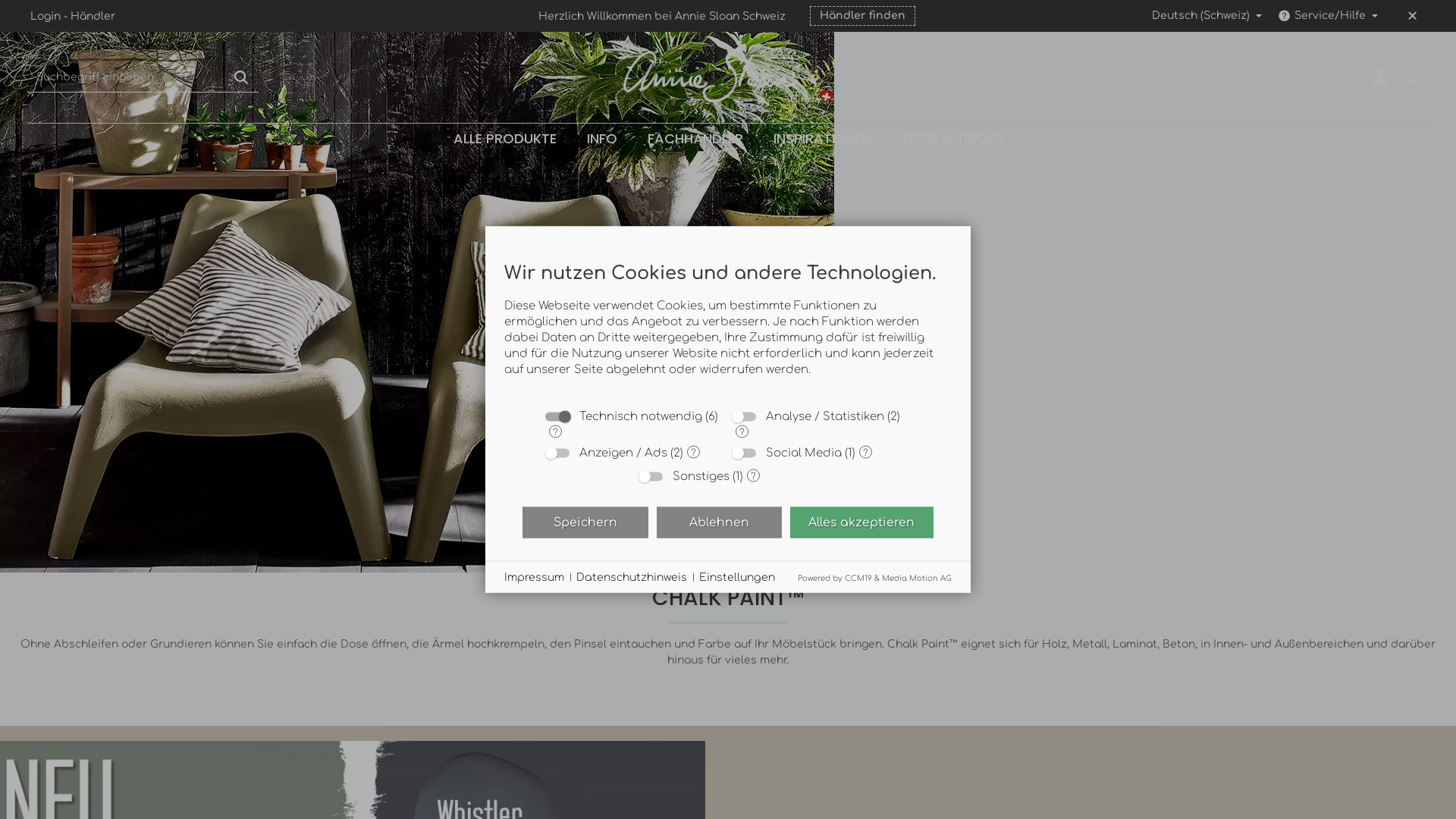 The height and width of the screenshot is (819, 1456). I want to click on 'Einstellungen', so click(737, 576).